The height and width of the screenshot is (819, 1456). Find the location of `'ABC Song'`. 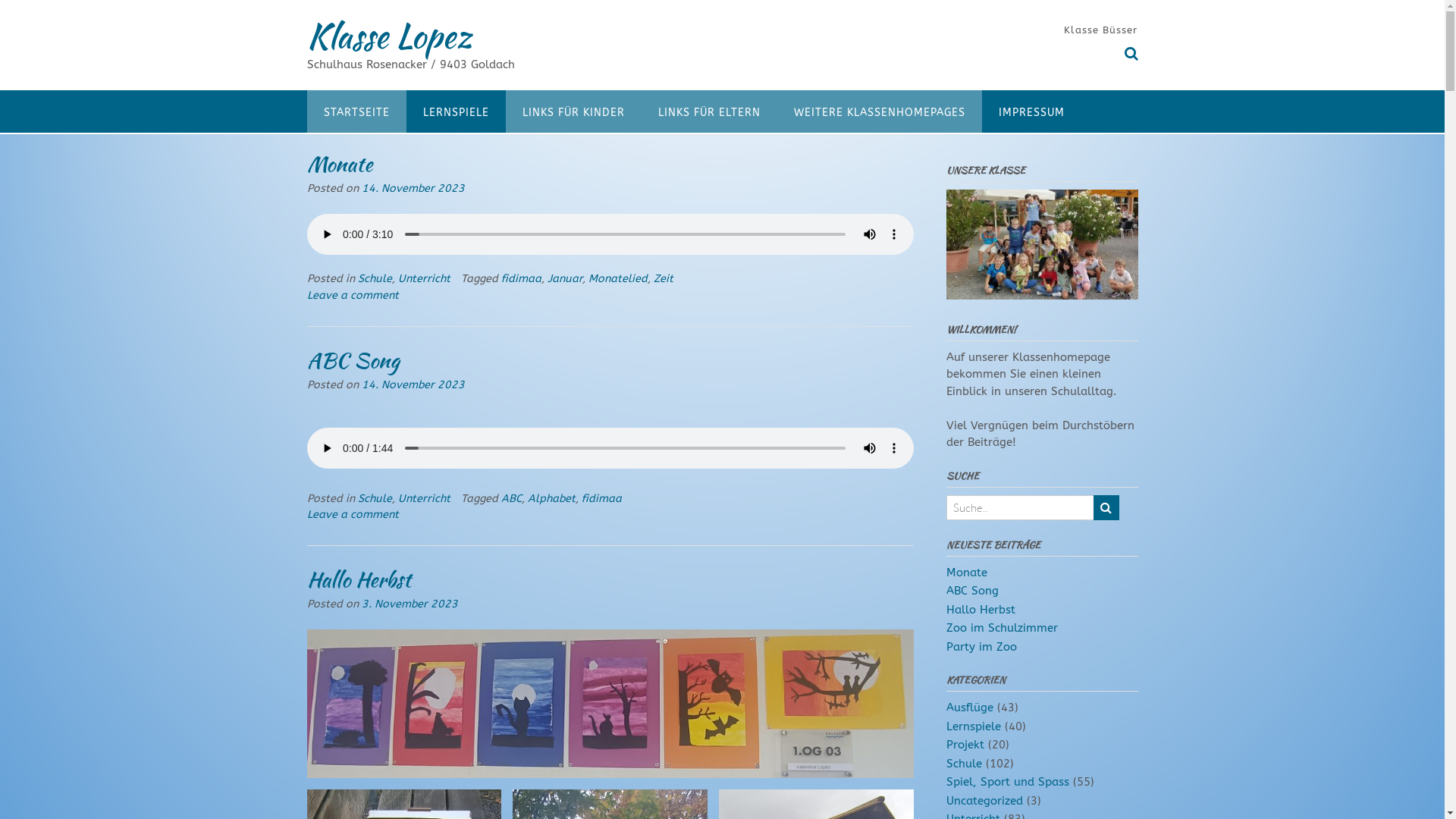

'ABC Song' is located at coordinates (972, 590).